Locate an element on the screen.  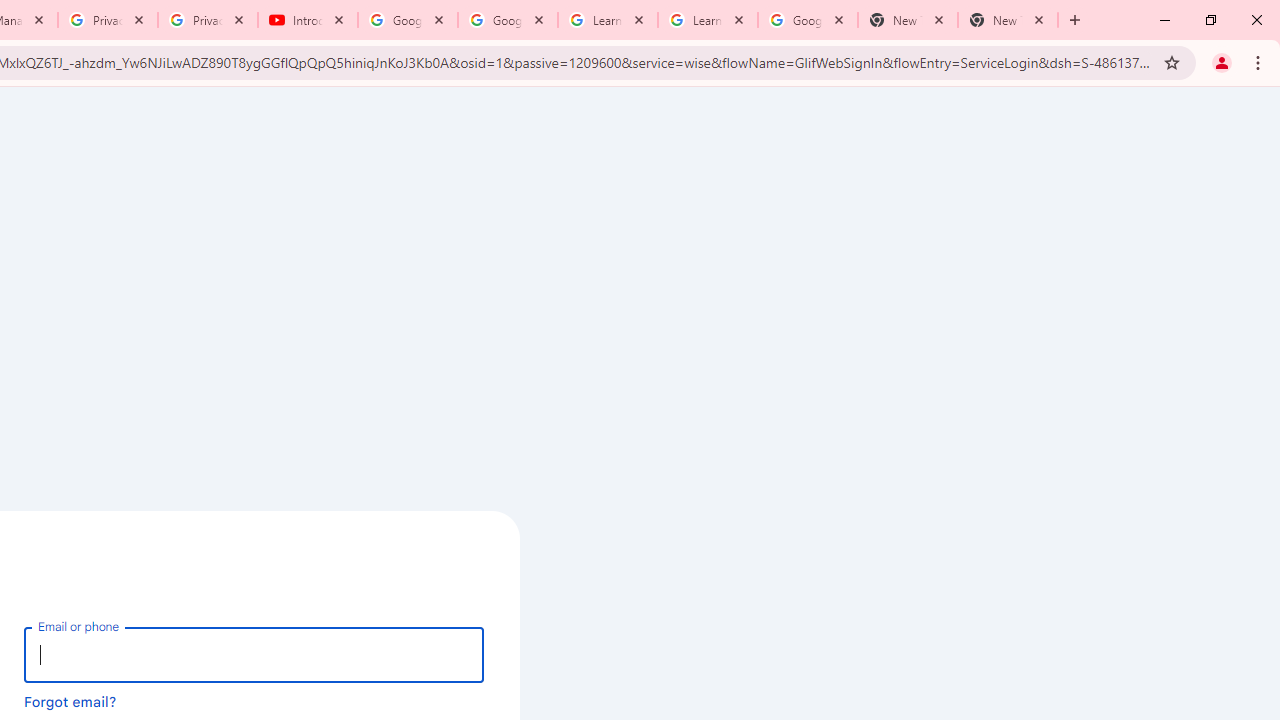
'New Tab' is located at coordinates (1008, 20).